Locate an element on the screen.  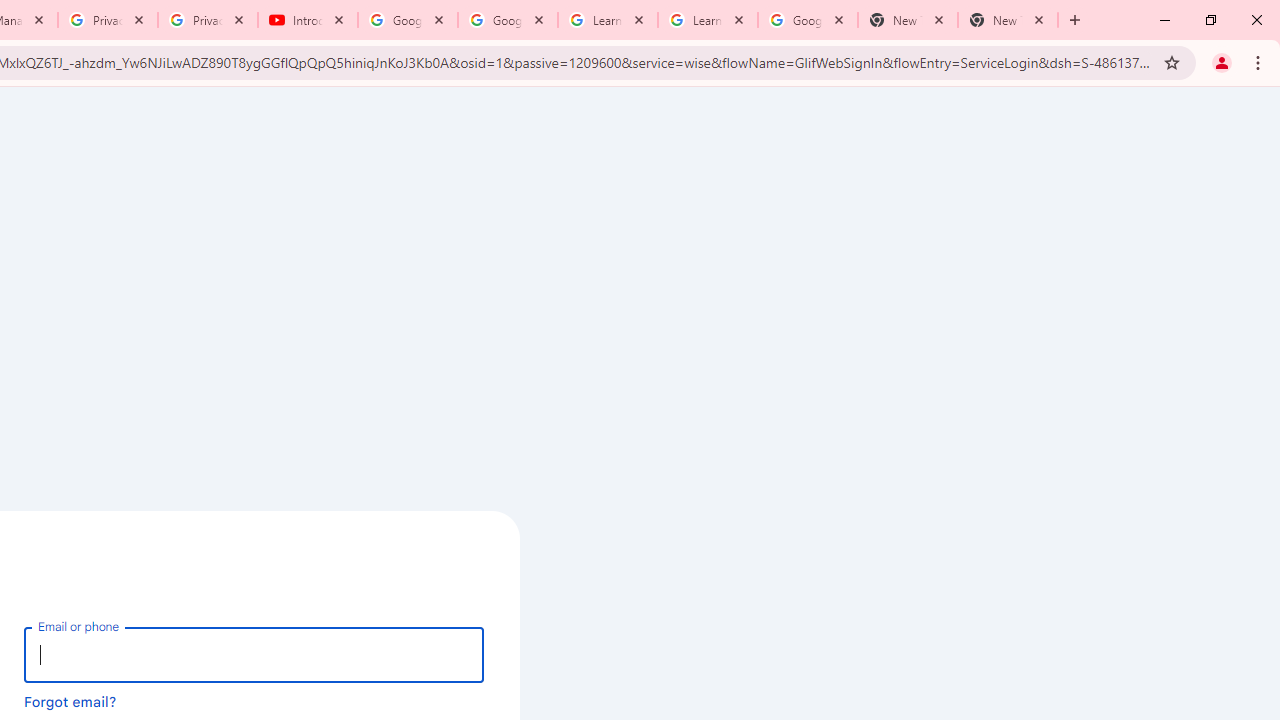
'New Tab' is located at coordinates (1008, 20).